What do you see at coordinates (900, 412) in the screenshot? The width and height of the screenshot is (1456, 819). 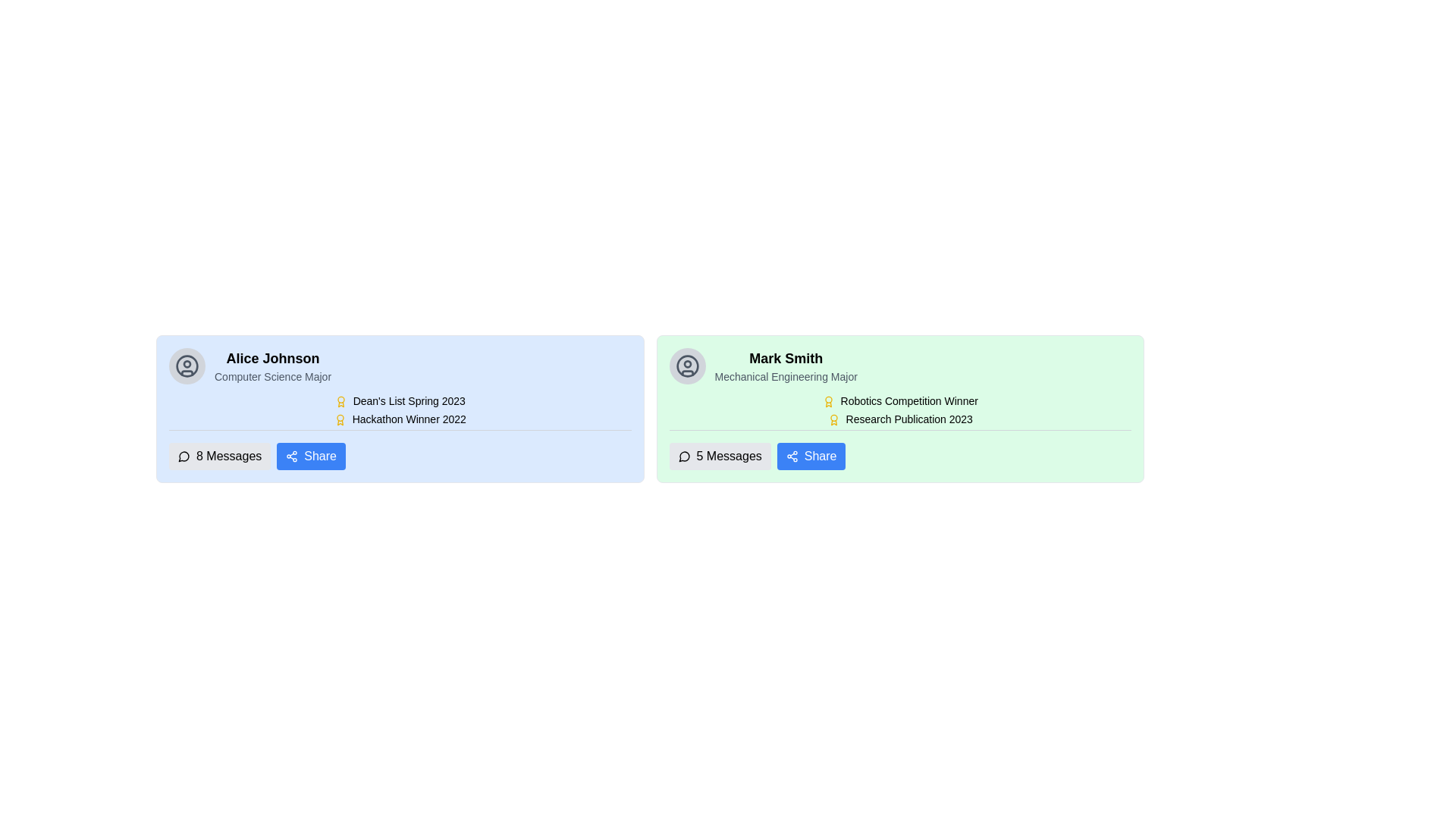 I see `the achievements text block within Mark Smith's profile card to associate the achievements with the individual` at bounding box center [900, 412].